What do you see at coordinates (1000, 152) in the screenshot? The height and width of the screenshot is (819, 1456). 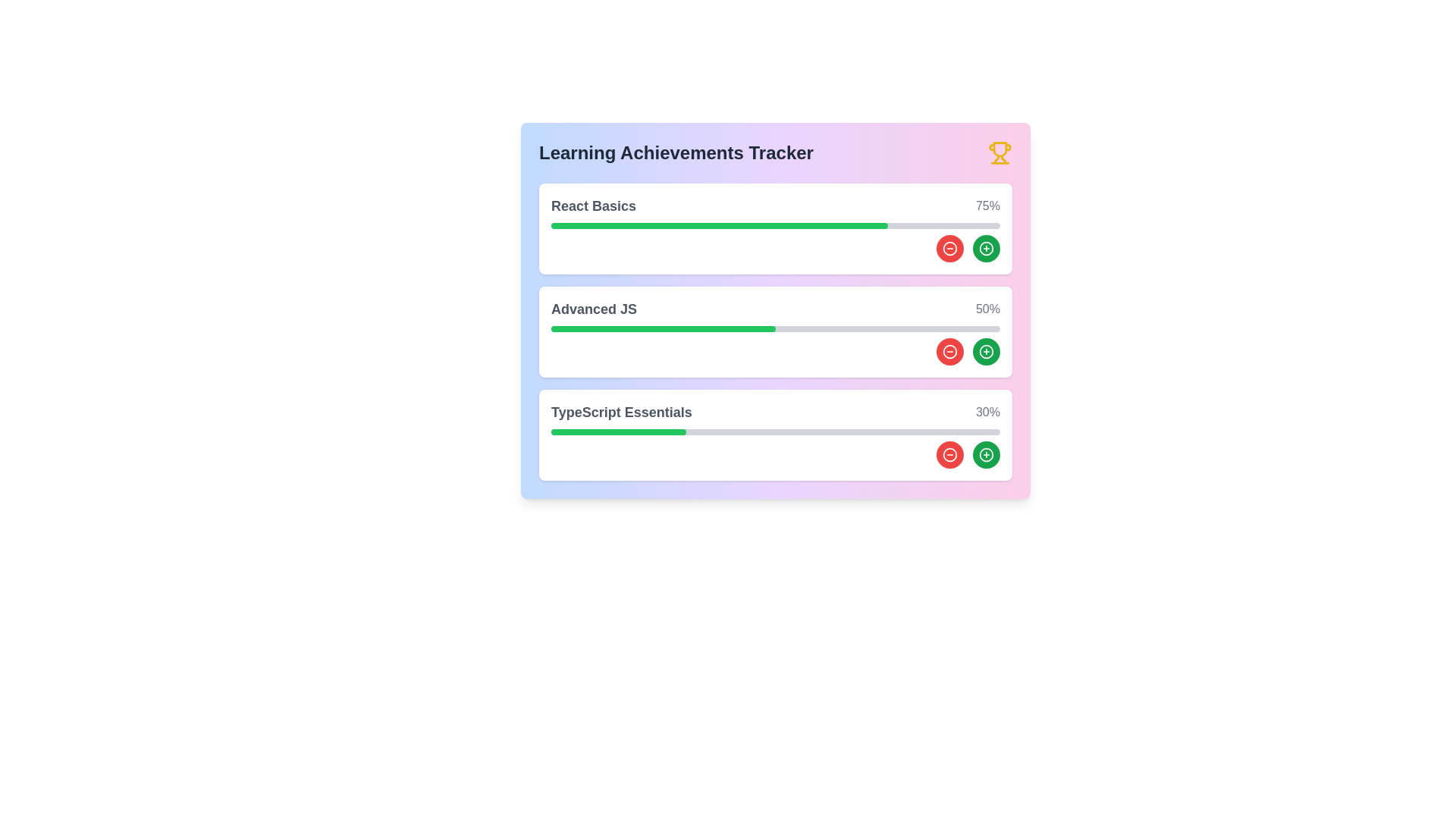 I see `the trophy icon, which is golden yellow and located at the far right of the 'Learning Achievements Tracker' header section` at bounding box center [1000, 152].